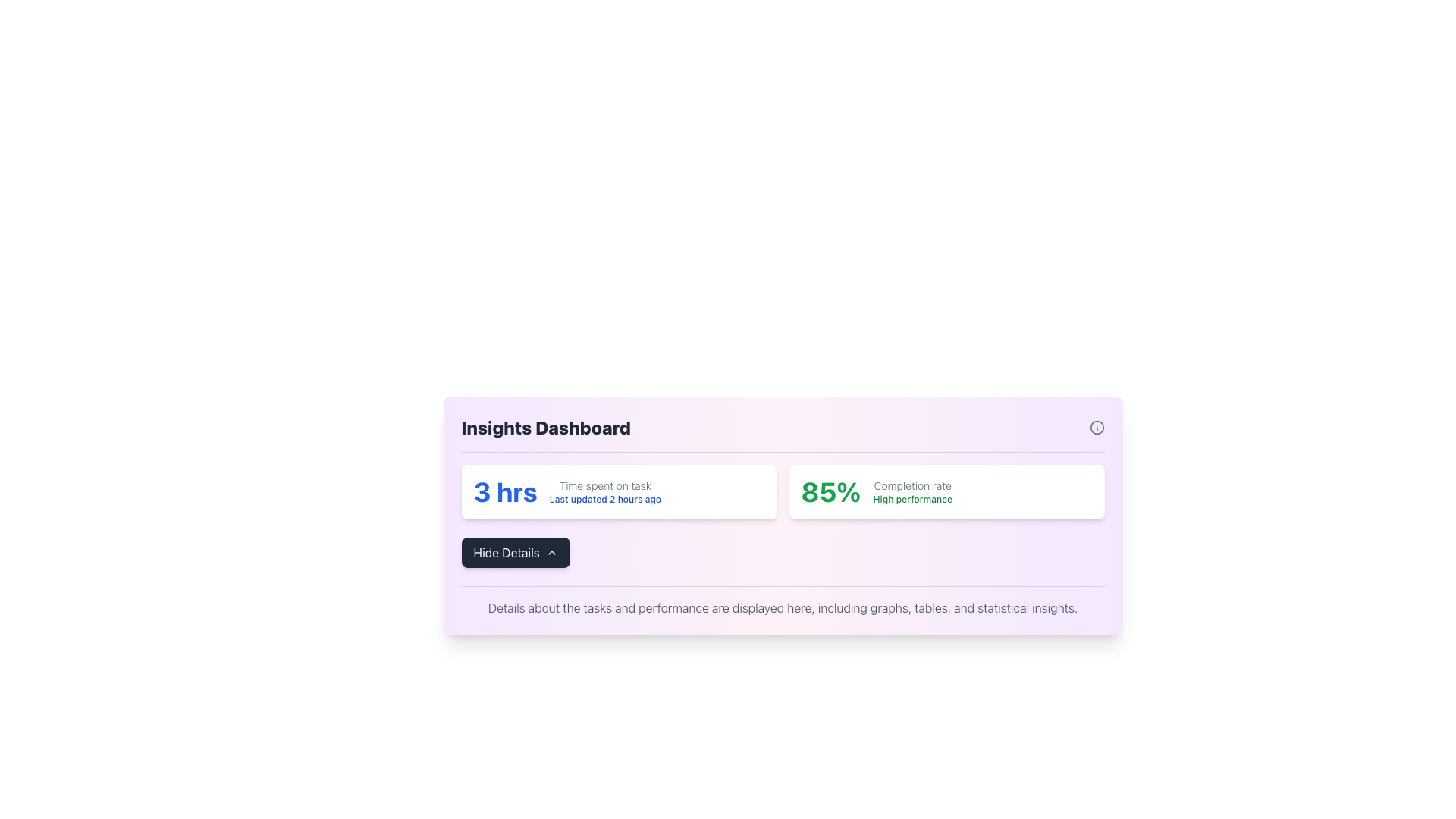 This screenshot has height=819, width=1456. I want to click on the toggle button located near the bottom left of the 'Insights Dashboard' panel, so click(516, 553).